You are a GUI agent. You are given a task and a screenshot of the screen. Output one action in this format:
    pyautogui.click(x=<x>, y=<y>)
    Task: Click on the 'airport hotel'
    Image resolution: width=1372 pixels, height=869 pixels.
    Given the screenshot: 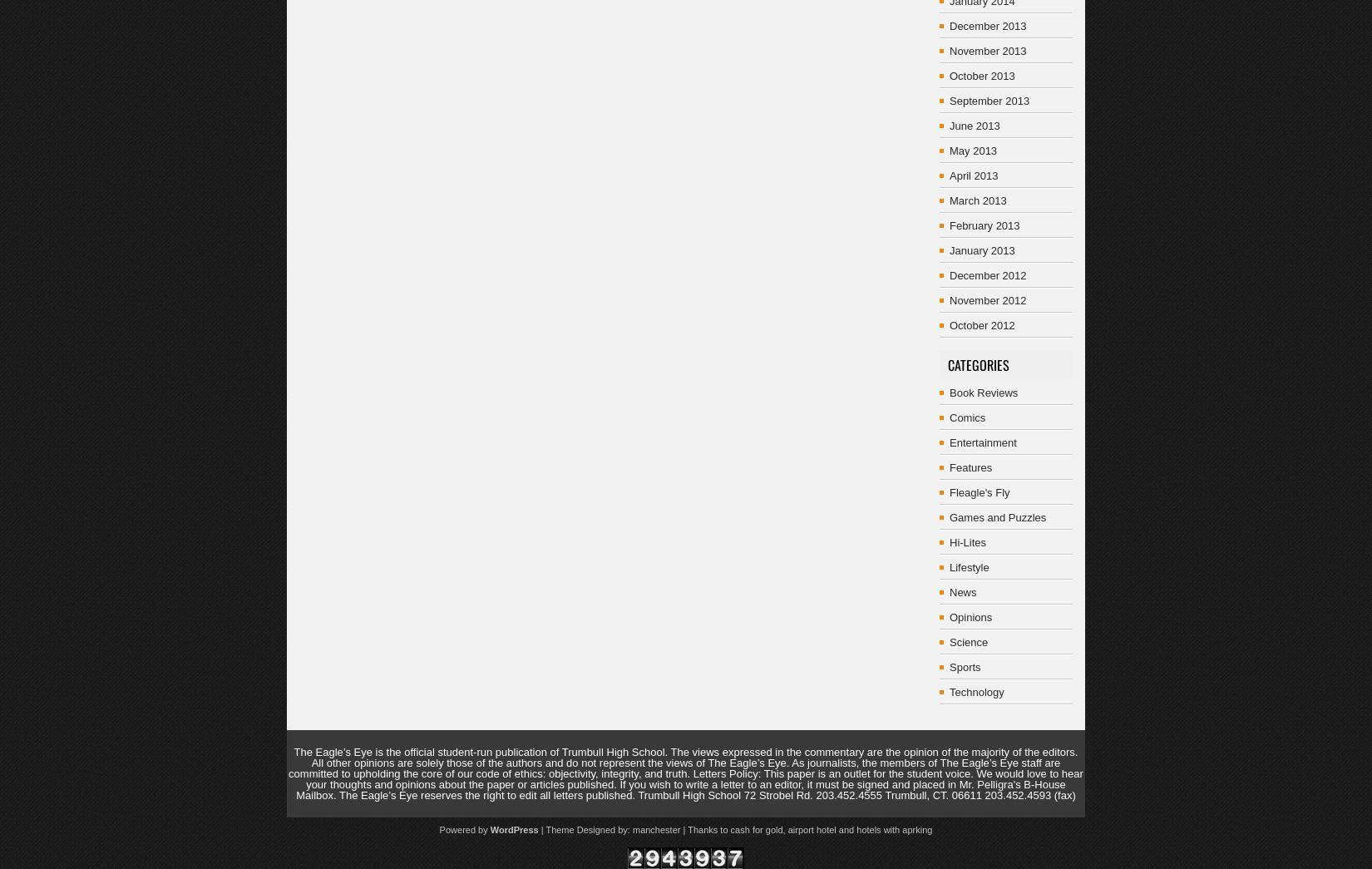 What is the action you would take?
    pyautogui.click(x=811, y=829)
    